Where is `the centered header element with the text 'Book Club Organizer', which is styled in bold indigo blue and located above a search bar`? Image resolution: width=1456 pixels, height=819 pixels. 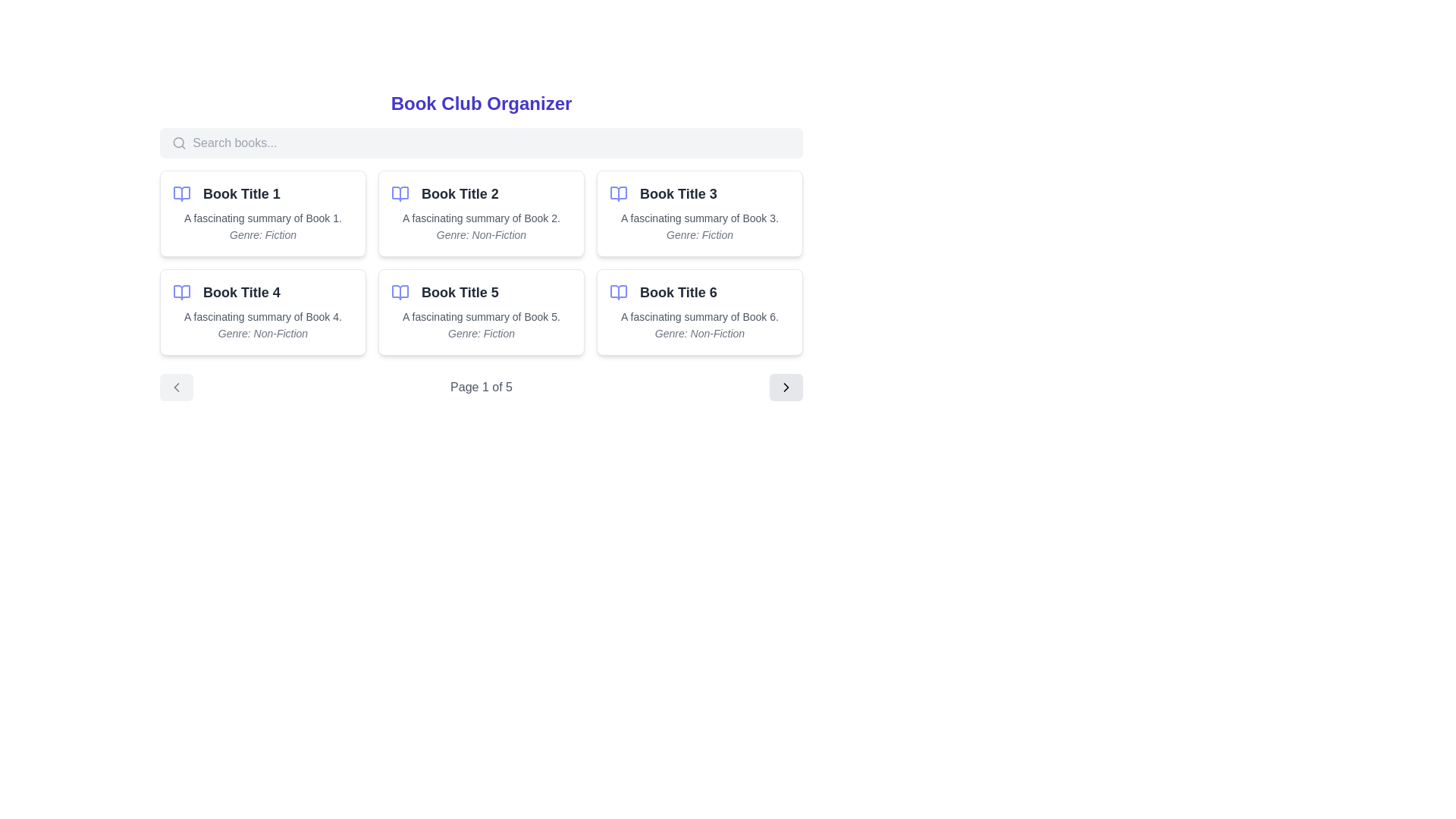 the centered header element with the text 'Book Club Organizer', which is styled in bold indigo blue and located above a search bar is located at coordinates (480, 103).